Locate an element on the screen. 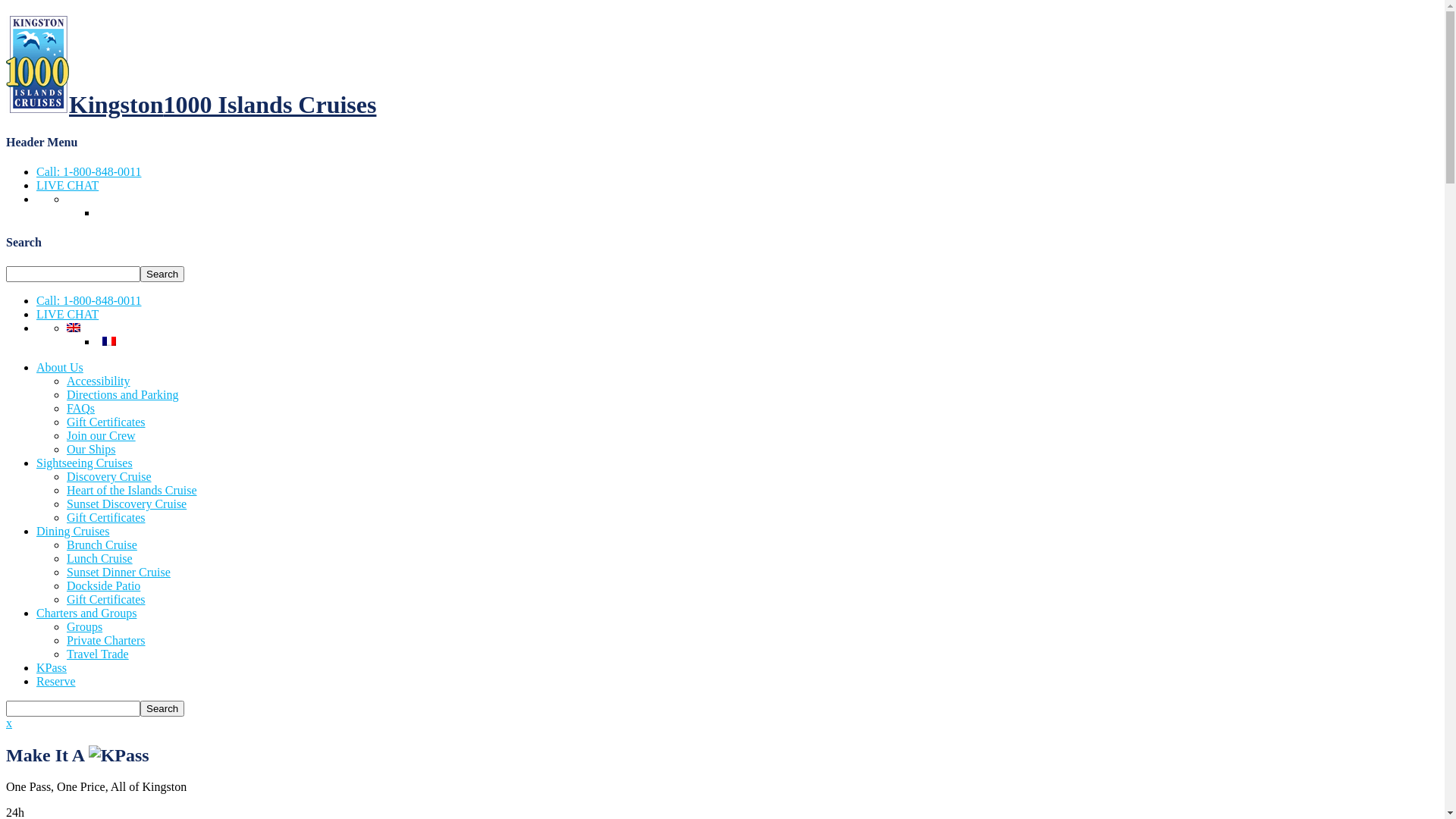 Image resolution: width=1456 pixels, height=819 pixels. 'Discovery Cruise' is located at coordinates (108, 475).